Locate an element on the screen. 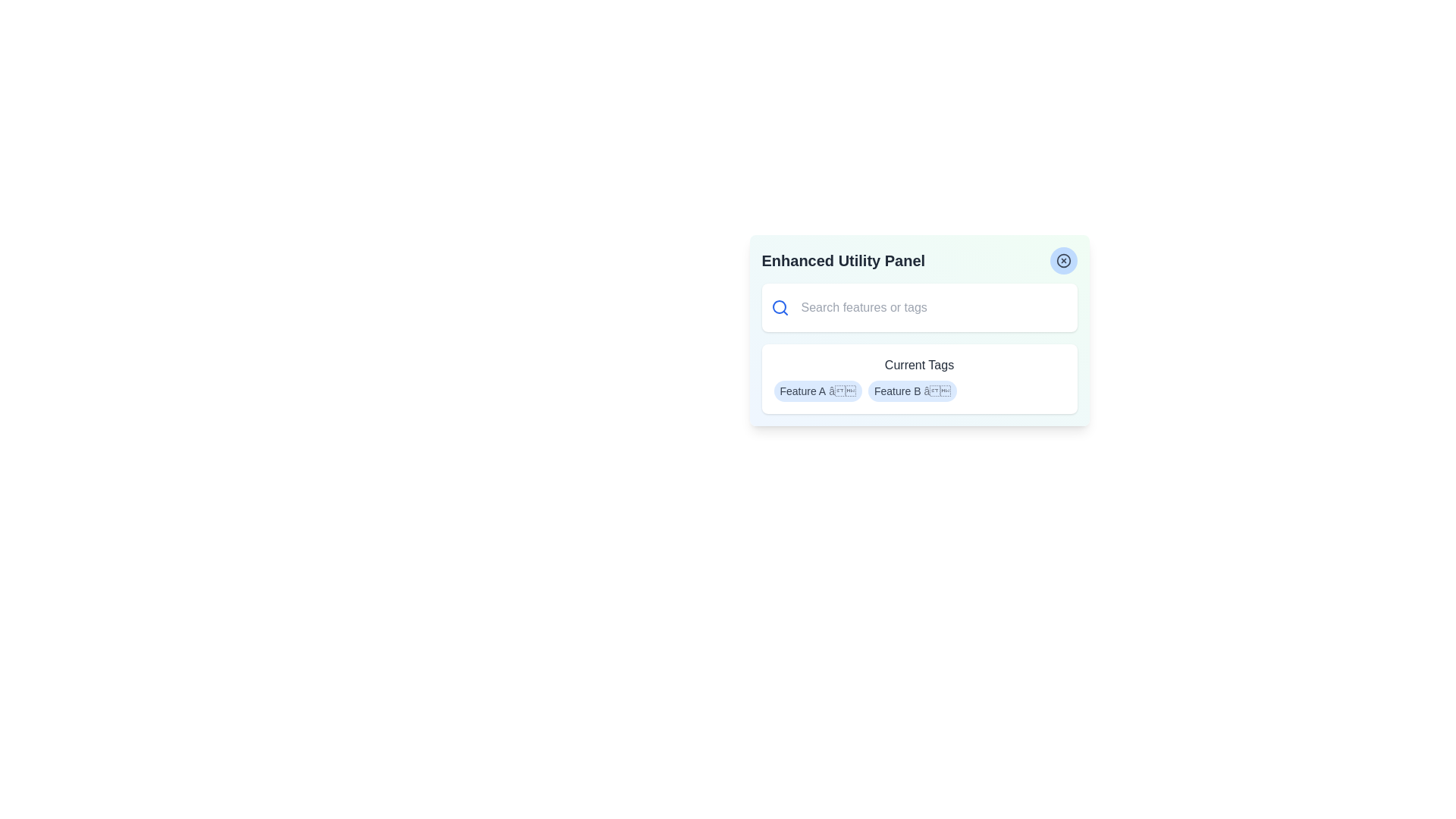 The width and height of the screenshot is (1456, 819). the 'Current Tags' text label, which is a bold, medium-sized dark gray label located in the secondary content area of a utility panel, centered below a search bar is located at coordinates (918, 366).